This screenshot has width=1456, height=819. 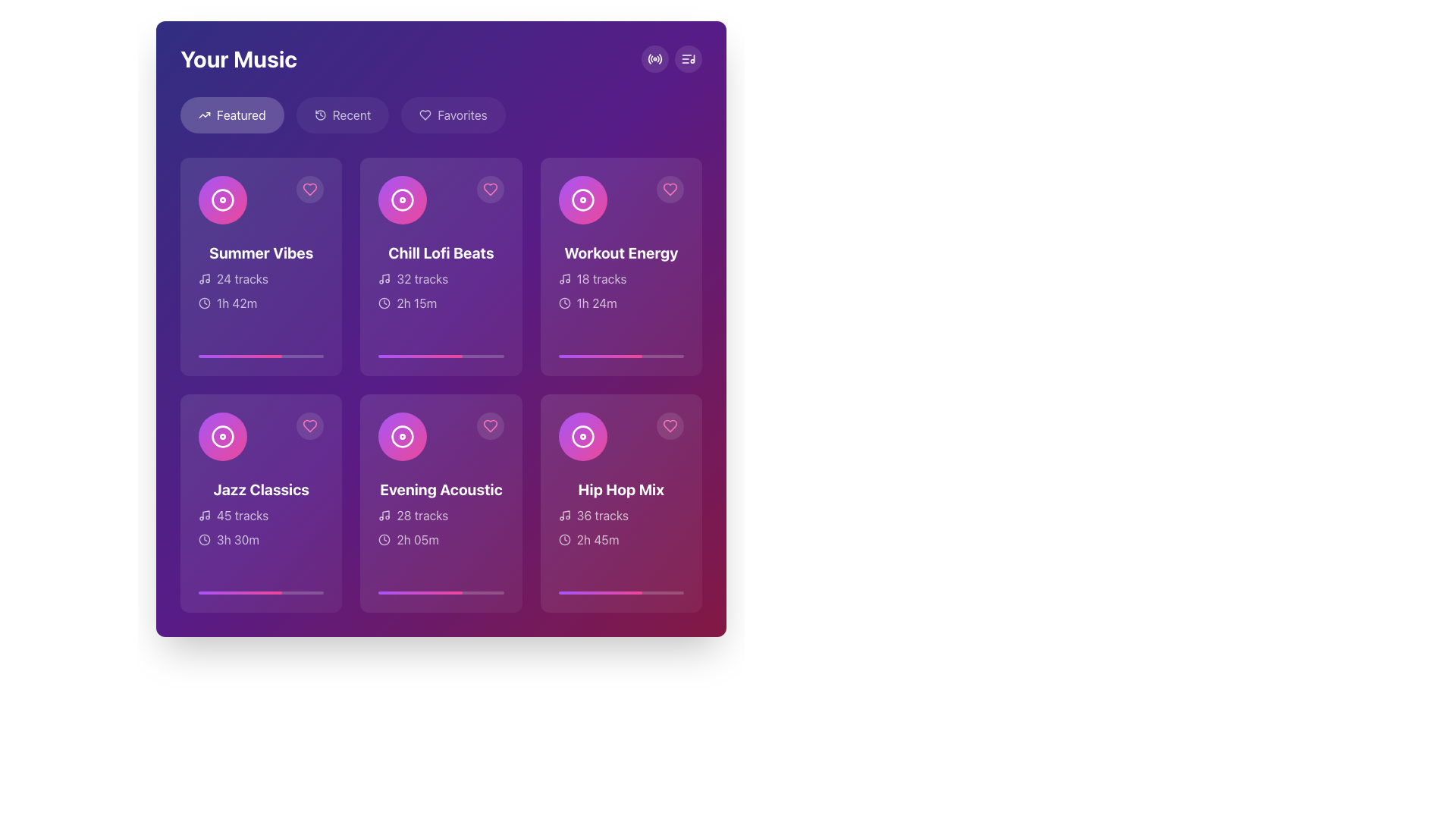 I want to click on the circular button with a pink heart icon located in the top-right corner of the 'Summer Vibes' card under the 'Featured' tab in the 'Your Music' section, so click(x=309, y=189).